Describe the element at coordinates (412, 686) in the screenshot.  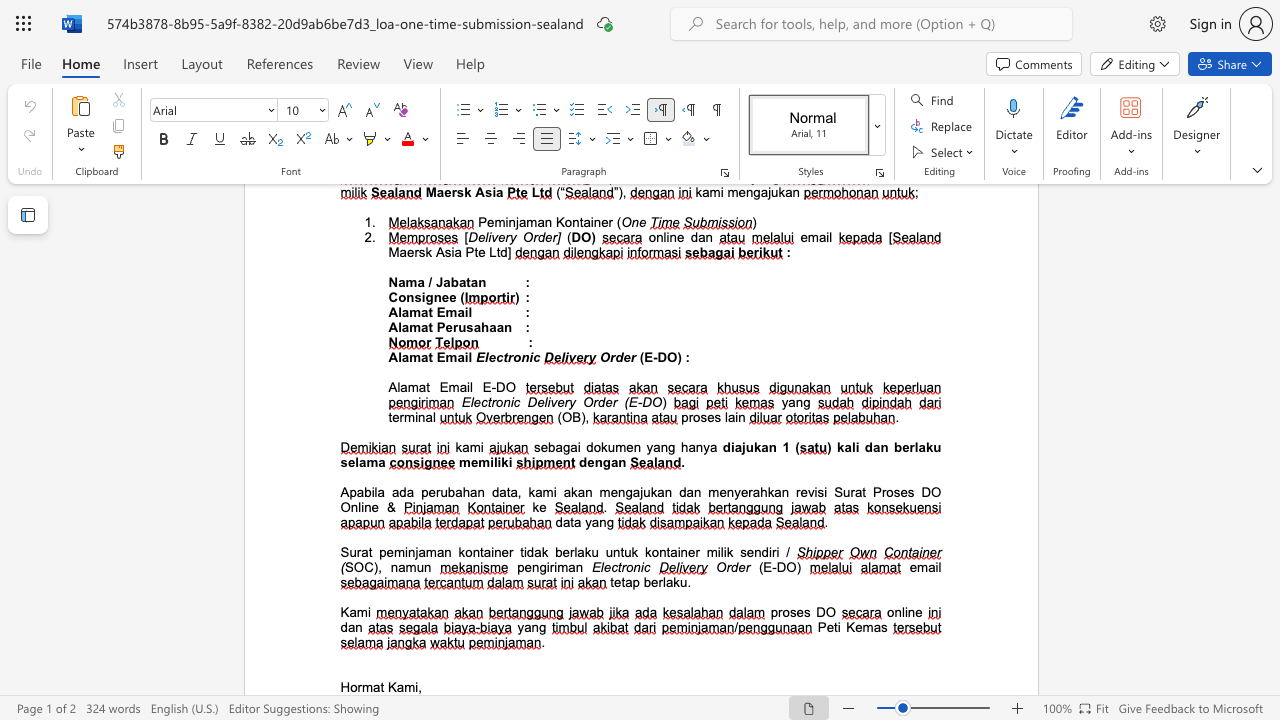
I see `the space between the continuous character "m" and "i" in the text` at that location.